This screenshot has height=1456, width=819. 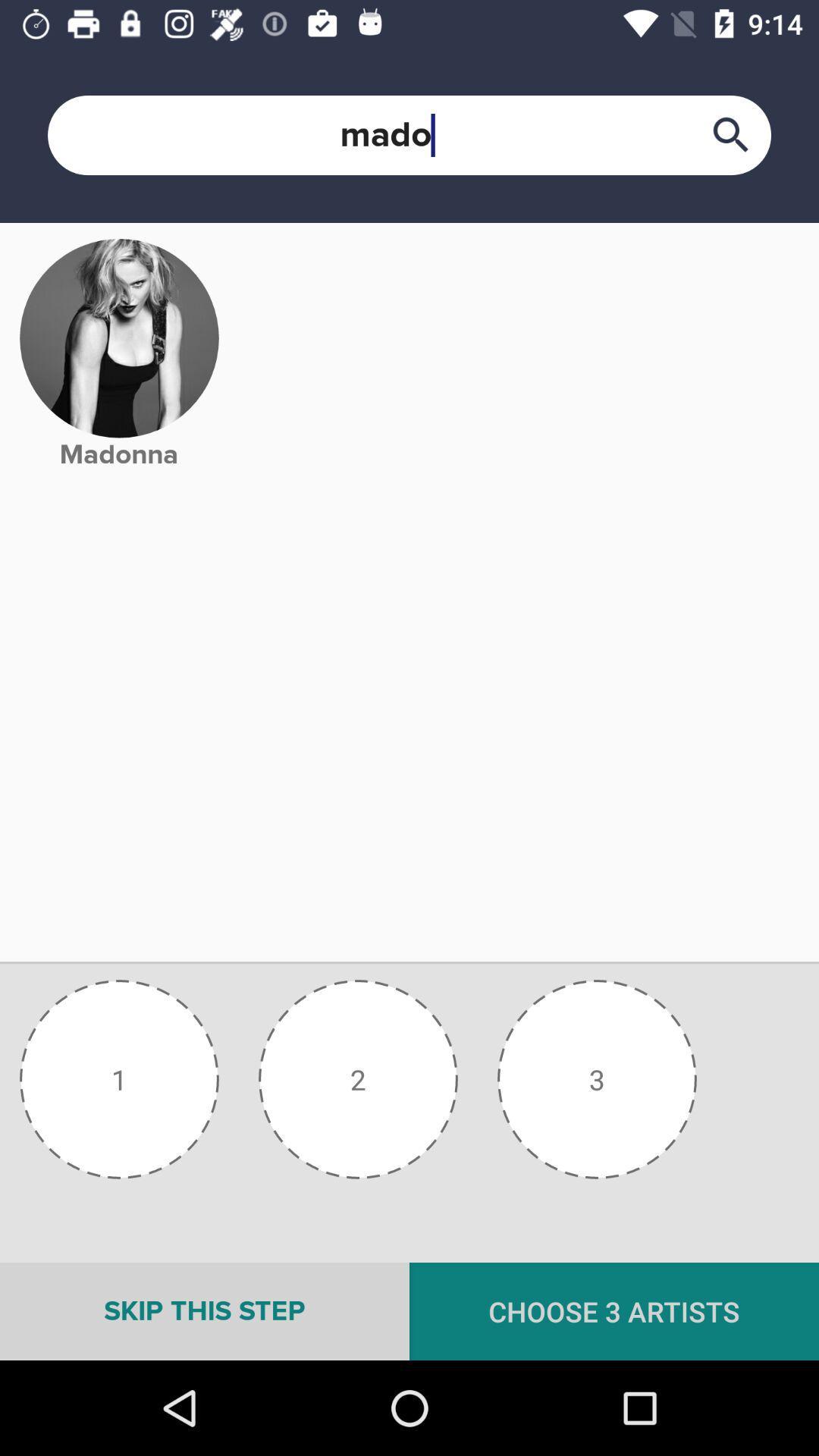 I want to click on the first circle image, so click(x=118, y=1078).